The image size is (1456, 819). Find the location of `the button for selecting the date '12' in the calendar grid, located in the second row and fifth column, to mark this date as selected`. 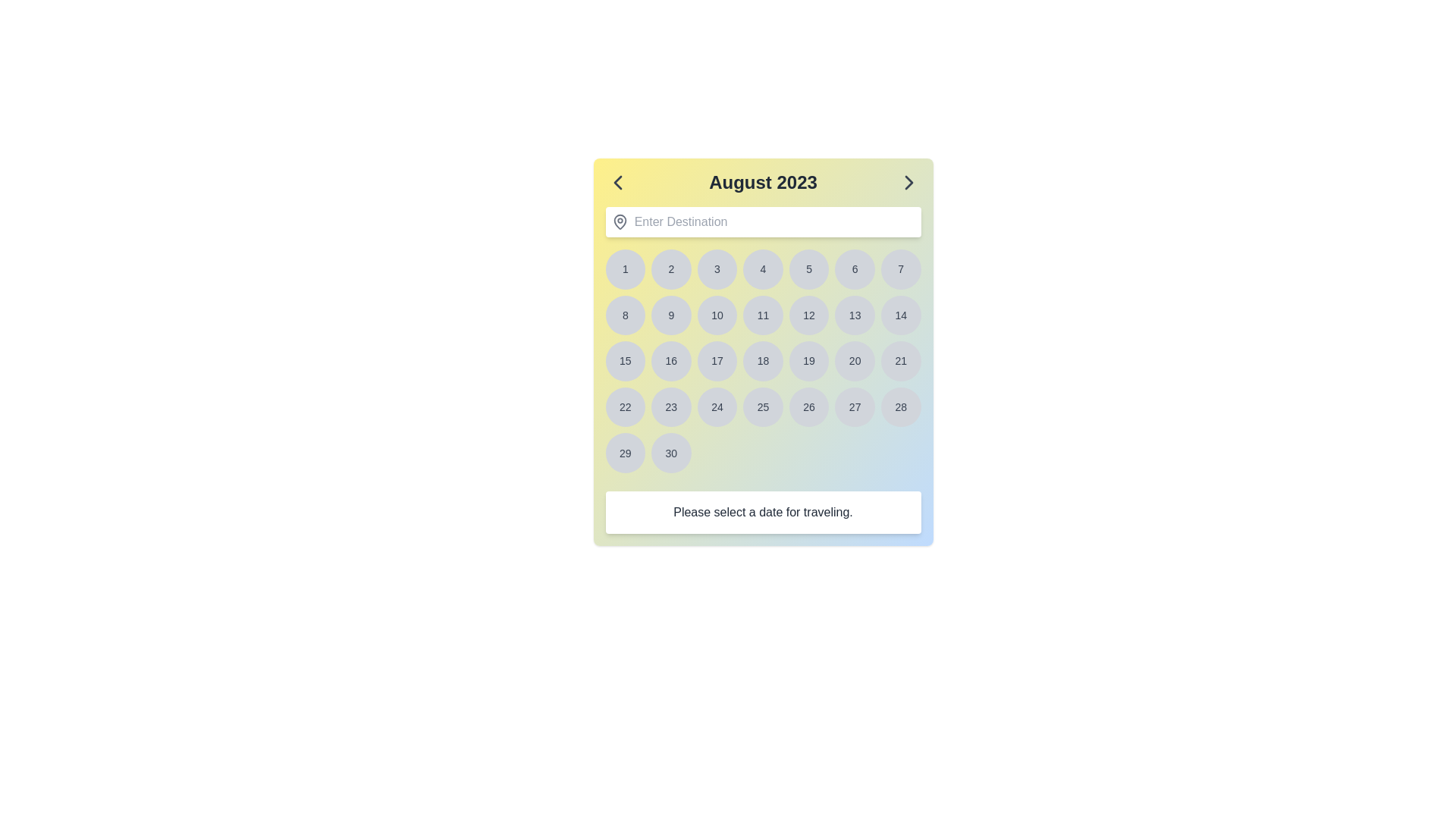

the button for selecting the date '12' in the calendar grid, located in the second row and fifth column, to mark this date as selected is located at coordinates (808, 314).